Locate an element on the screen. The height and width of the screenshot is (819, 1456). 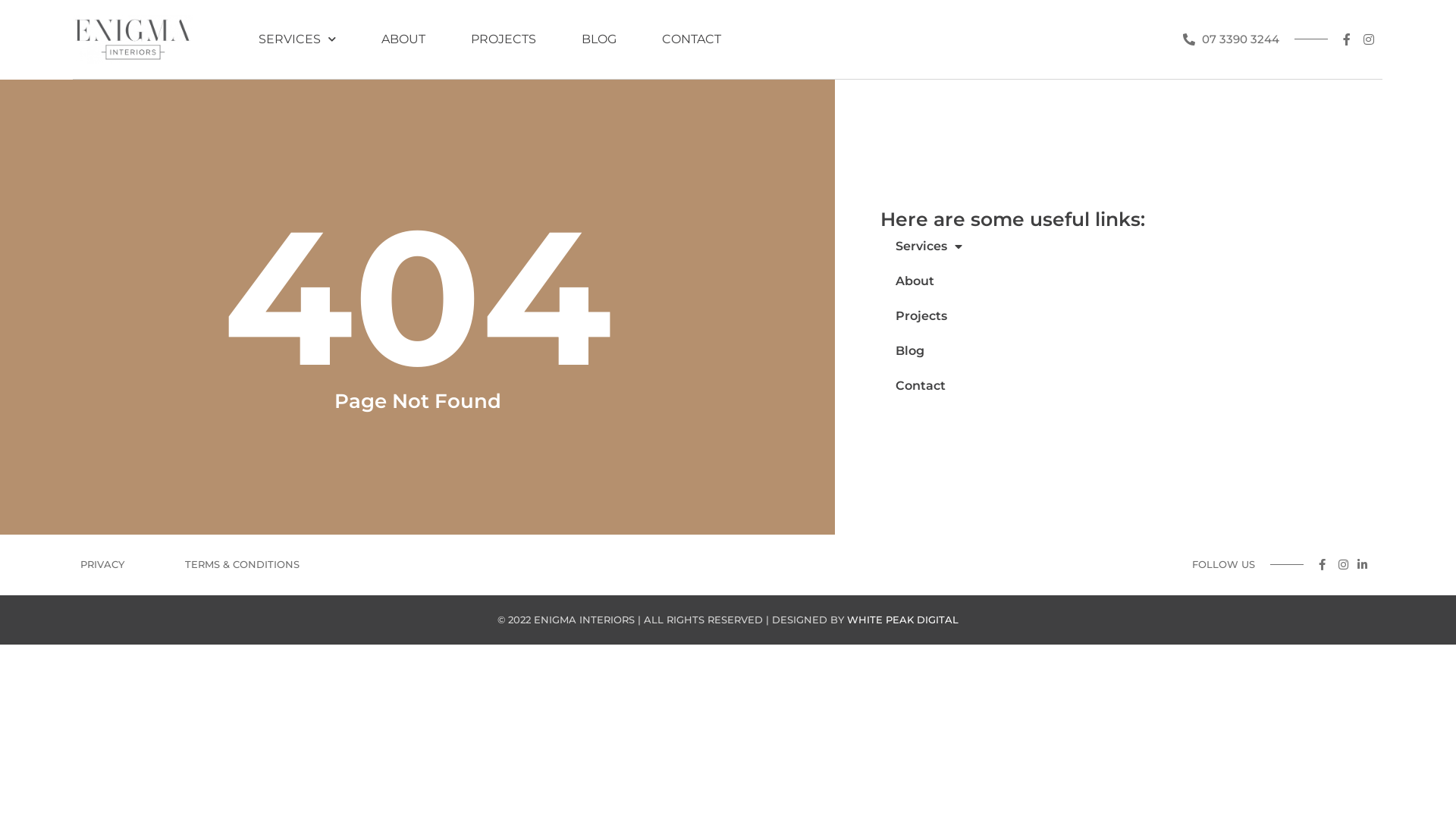
'CONTACT' is located at coordinates (691, 38).